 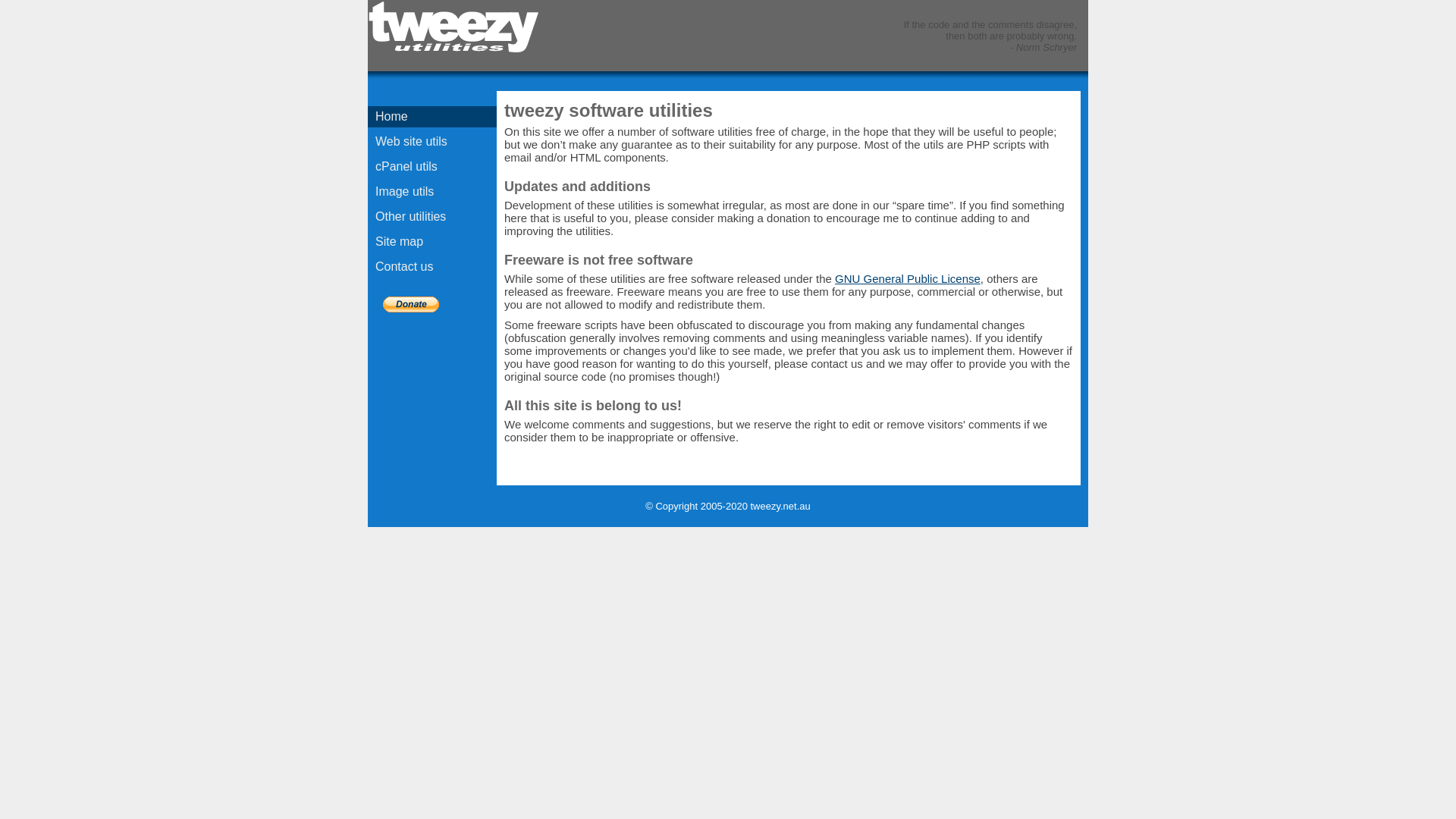 I want to click on 'Home', so click(x=431, y=116).